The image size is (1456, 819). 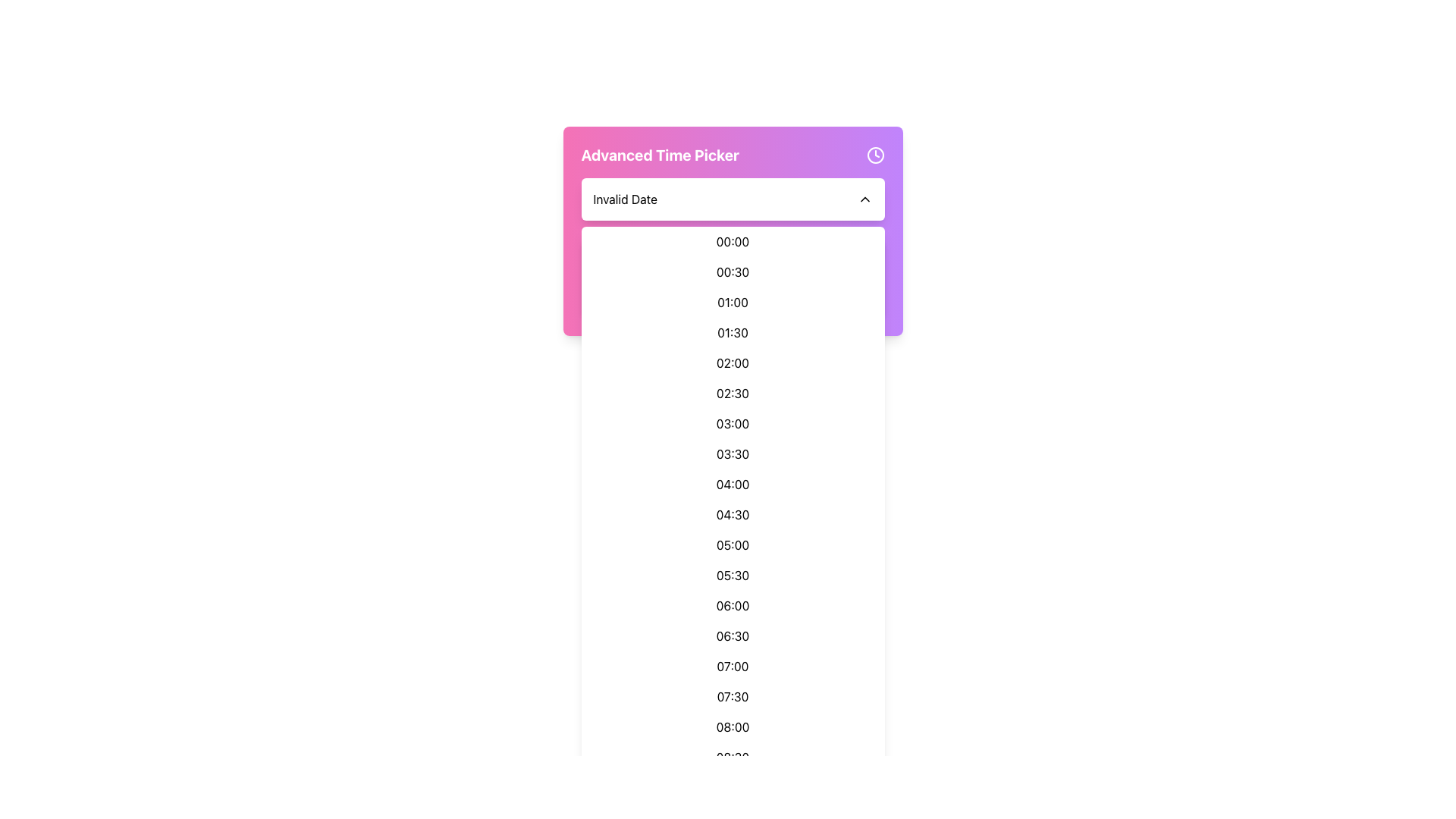 What do you see at coordinates (733, 666) in the screenshot?
I see `the list item displaying '07:00' in bold black font` at bounding box center [733, 666].